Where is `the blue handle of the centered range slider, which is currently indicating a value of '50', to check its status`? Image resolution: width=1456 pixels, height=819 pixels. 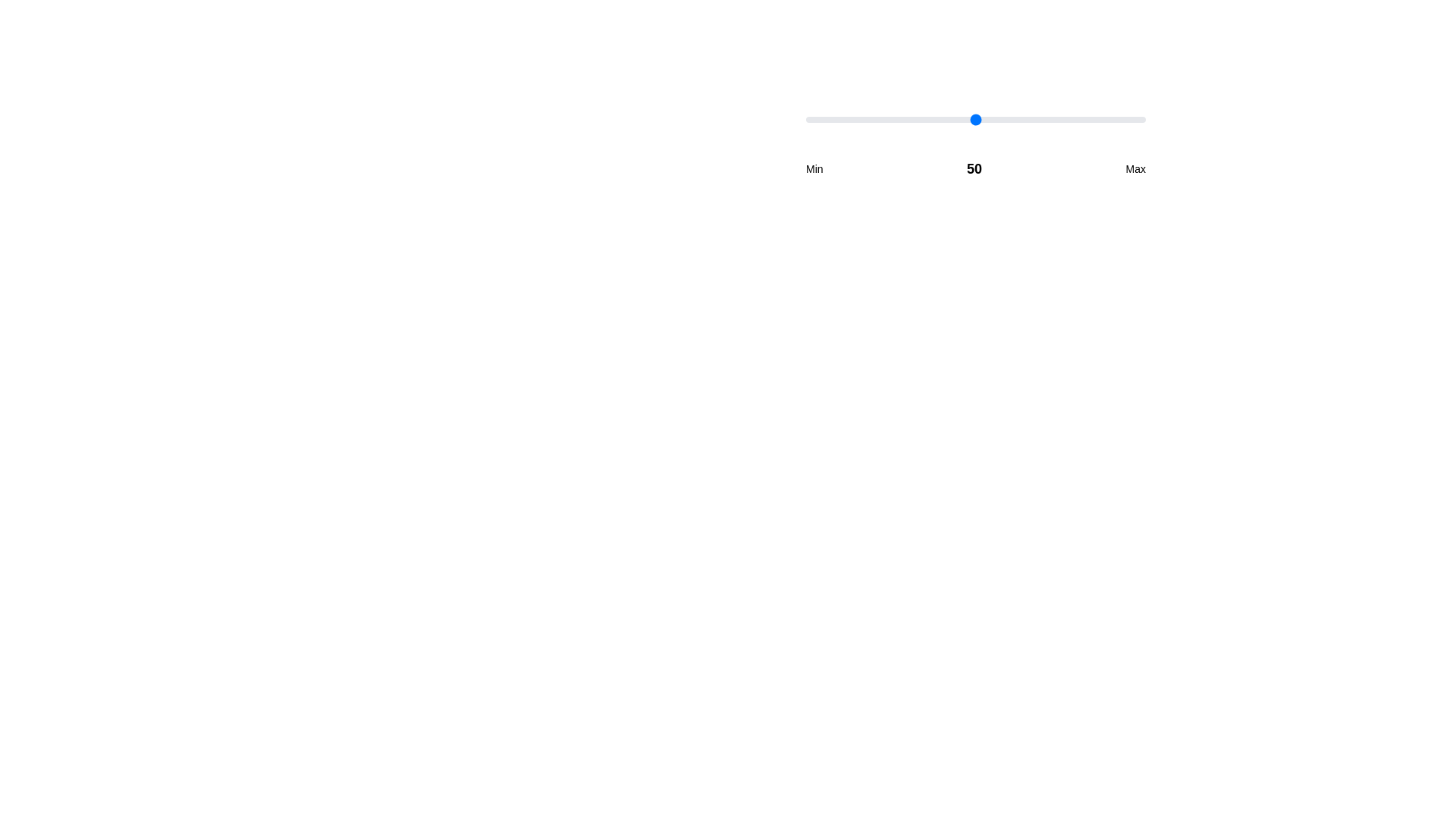
the blue handle of the centered range slider, which is currently indicating a value of '50', to check its status is located at coordinates (975, 145).